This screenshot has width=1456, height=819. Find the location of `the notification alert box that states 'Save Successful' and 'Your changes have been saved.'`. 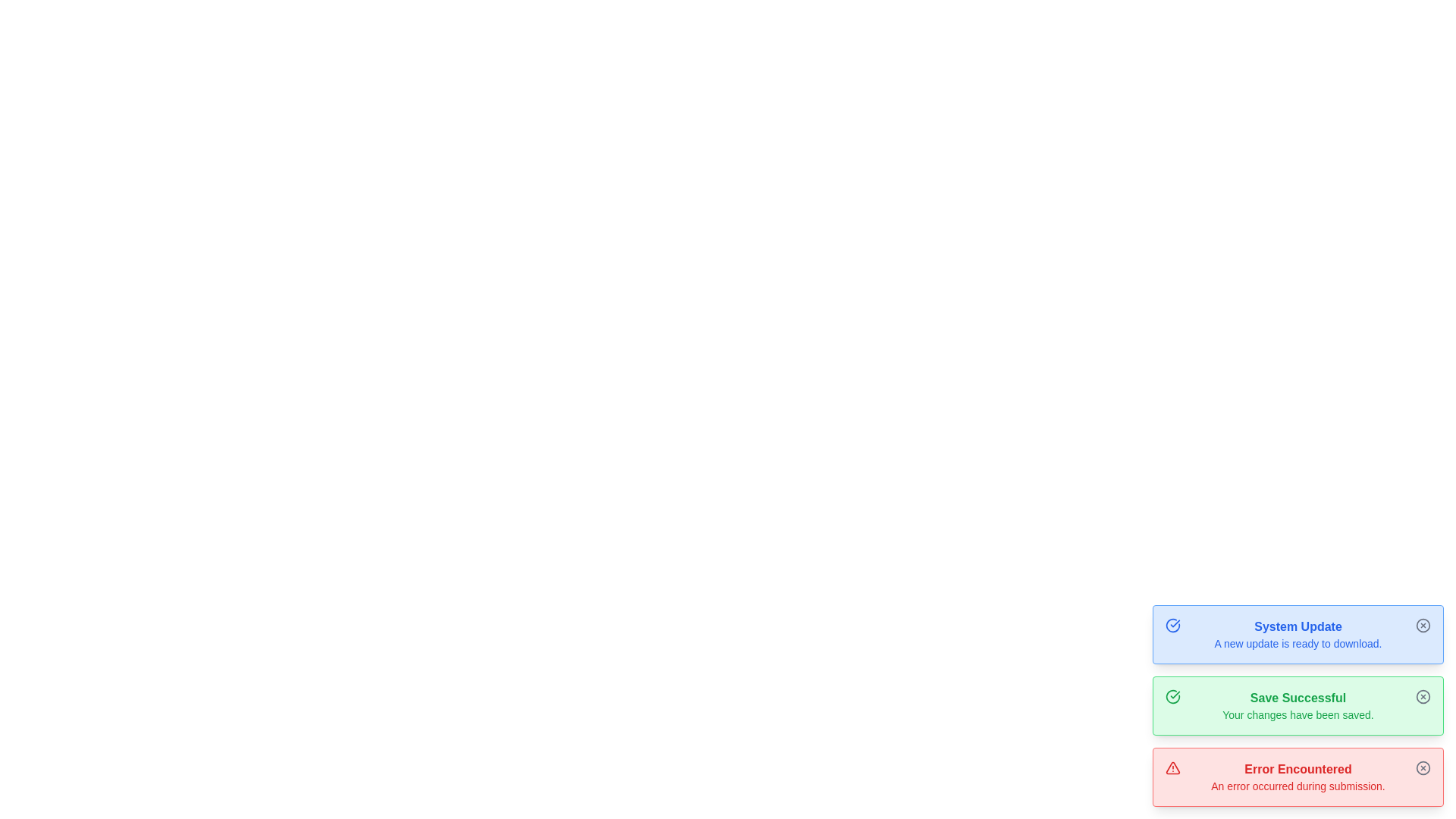

the notification alert box that states 'Save Successful' and 'Your changes have been saved.' is located at coordinates (1298, 705).